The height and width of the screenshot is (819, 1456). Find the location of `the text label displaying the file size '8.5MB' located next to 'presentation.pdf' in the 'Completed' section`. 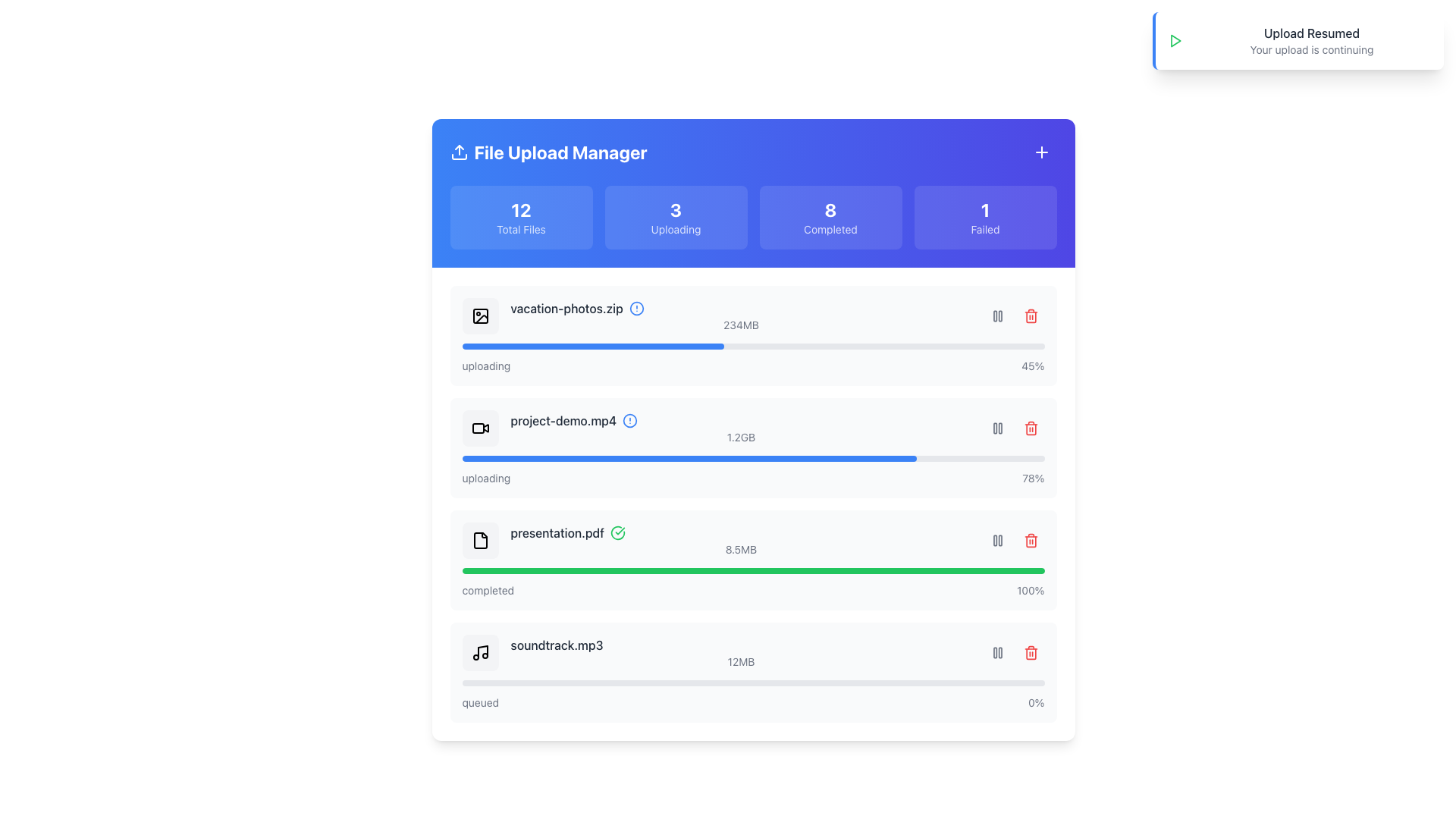

the text label displaying the file size '8.5MB' located next to 'presentation.pdf' in the 'Completed' section is located at coordinates (741, 550).